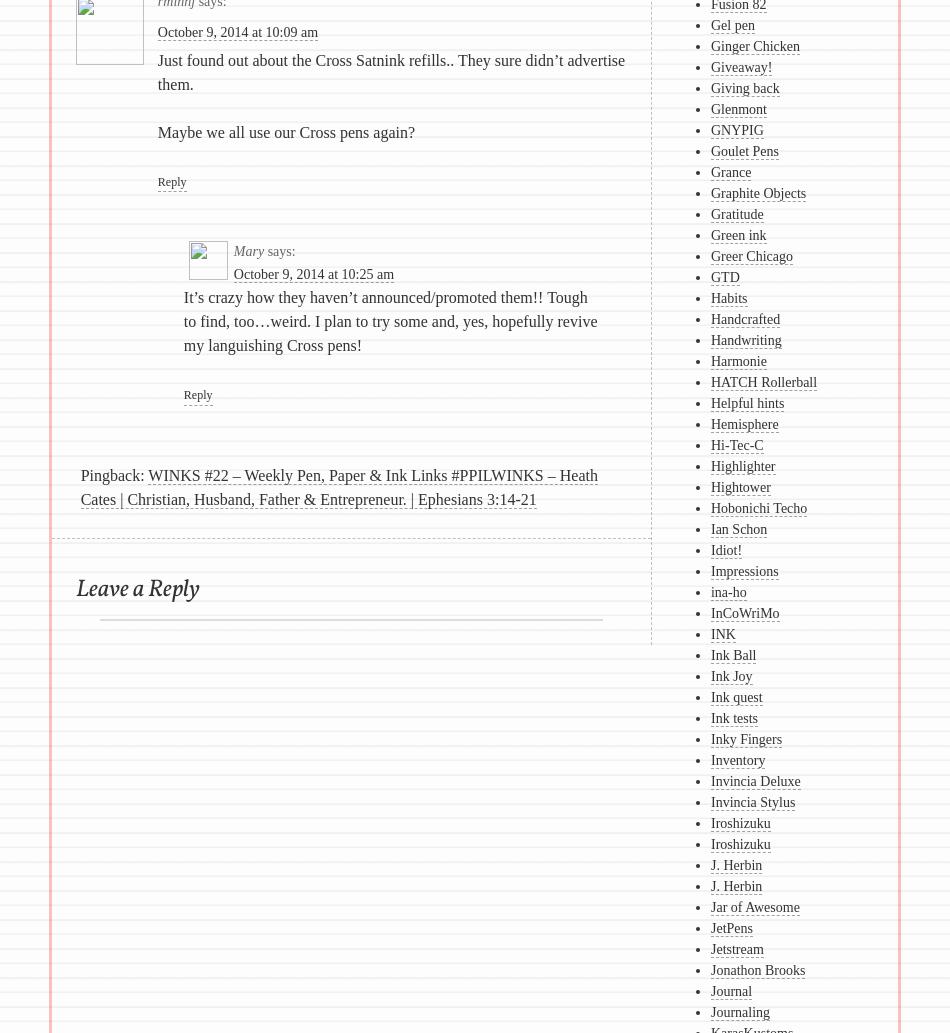 Image resolution: width=950 pixels, height=1033 pixels. I want to click on 'Invincia Stylus', so click(751, 802).